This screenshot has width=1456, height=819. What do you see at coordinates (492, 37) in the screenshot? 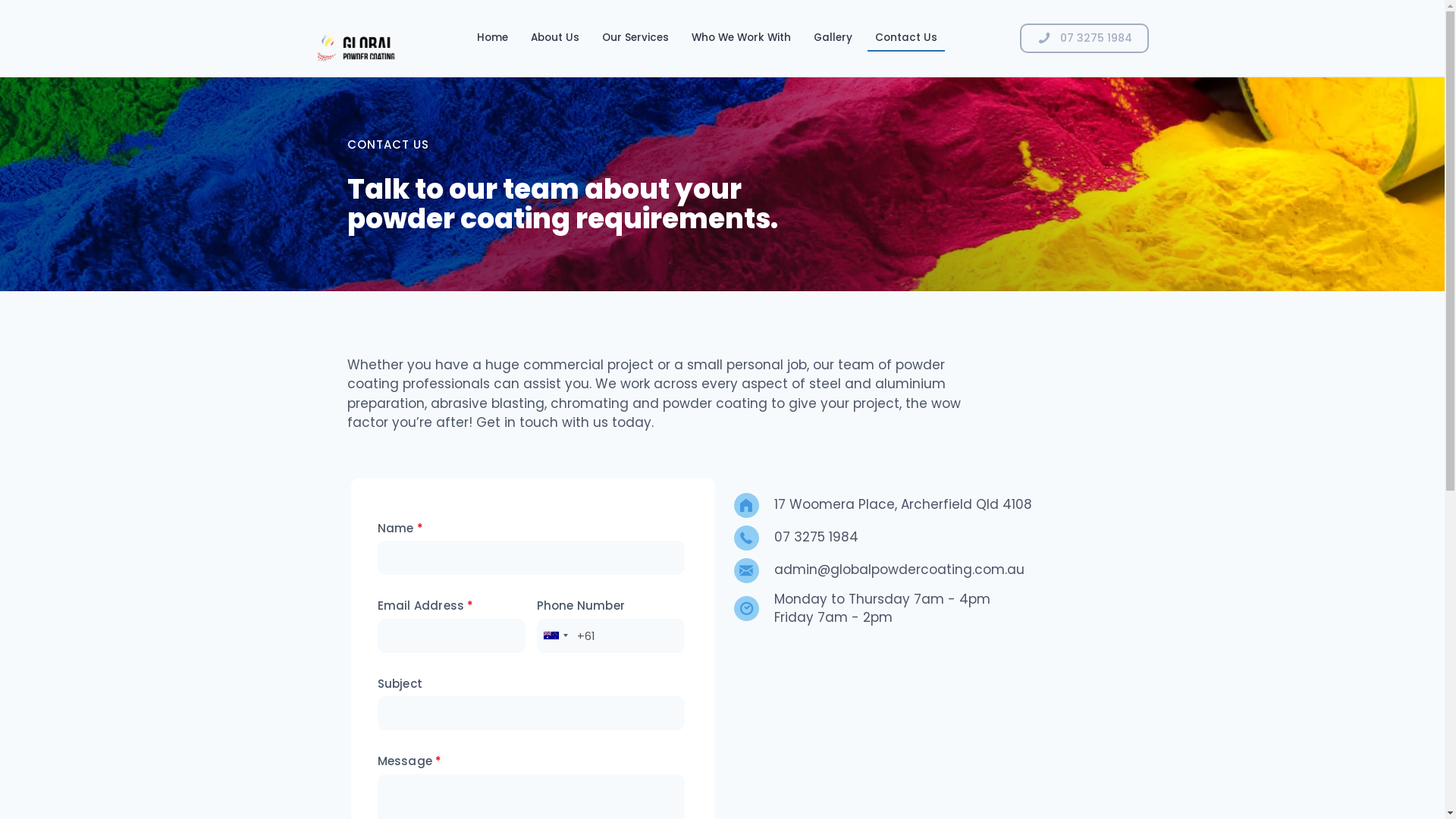
I see `'Home'` at bounding box center [492, 37].